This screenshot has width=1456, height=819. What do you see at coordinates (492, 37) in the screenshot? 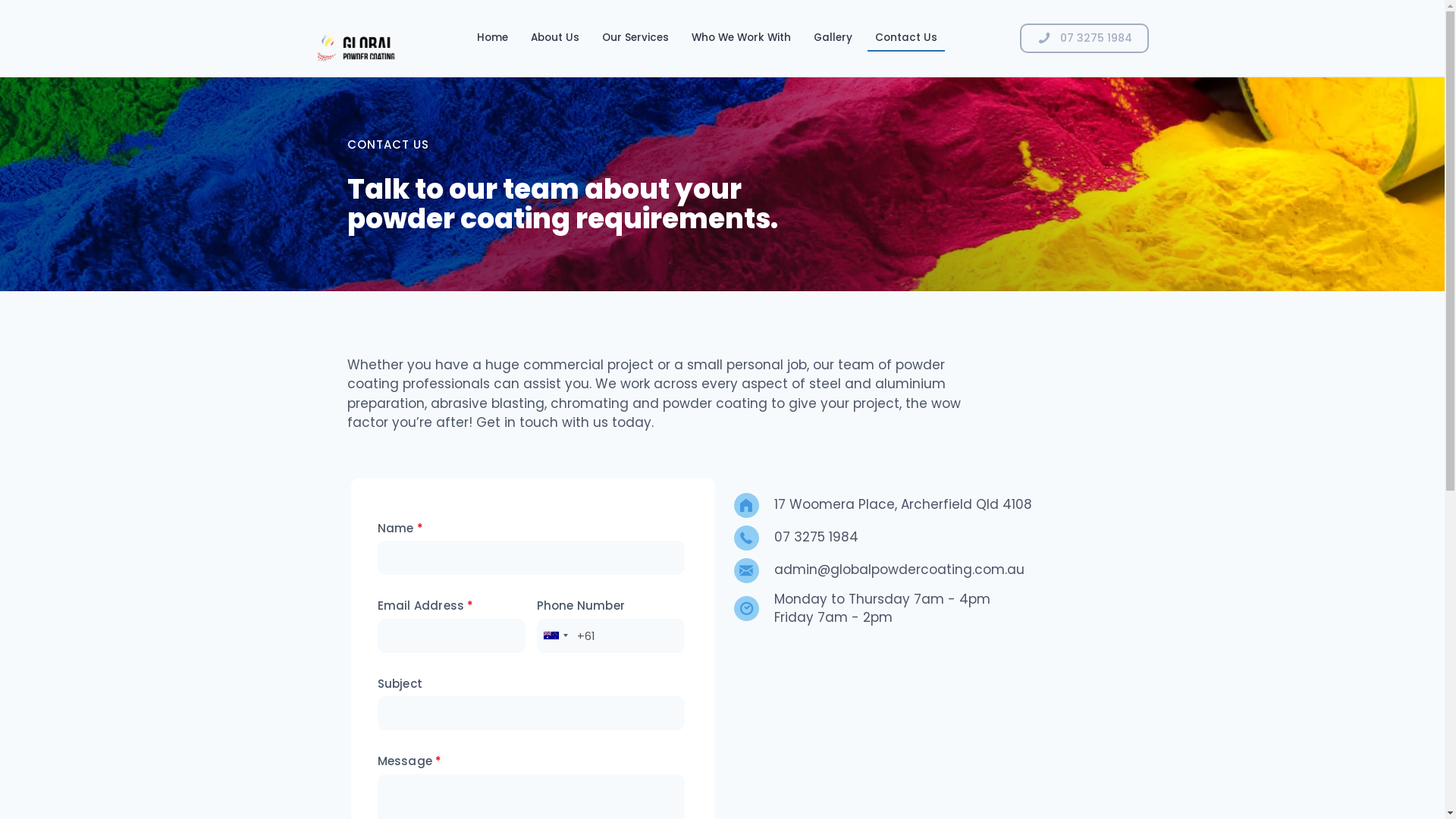
I see `'Home'` at bounding box center [492, 37].